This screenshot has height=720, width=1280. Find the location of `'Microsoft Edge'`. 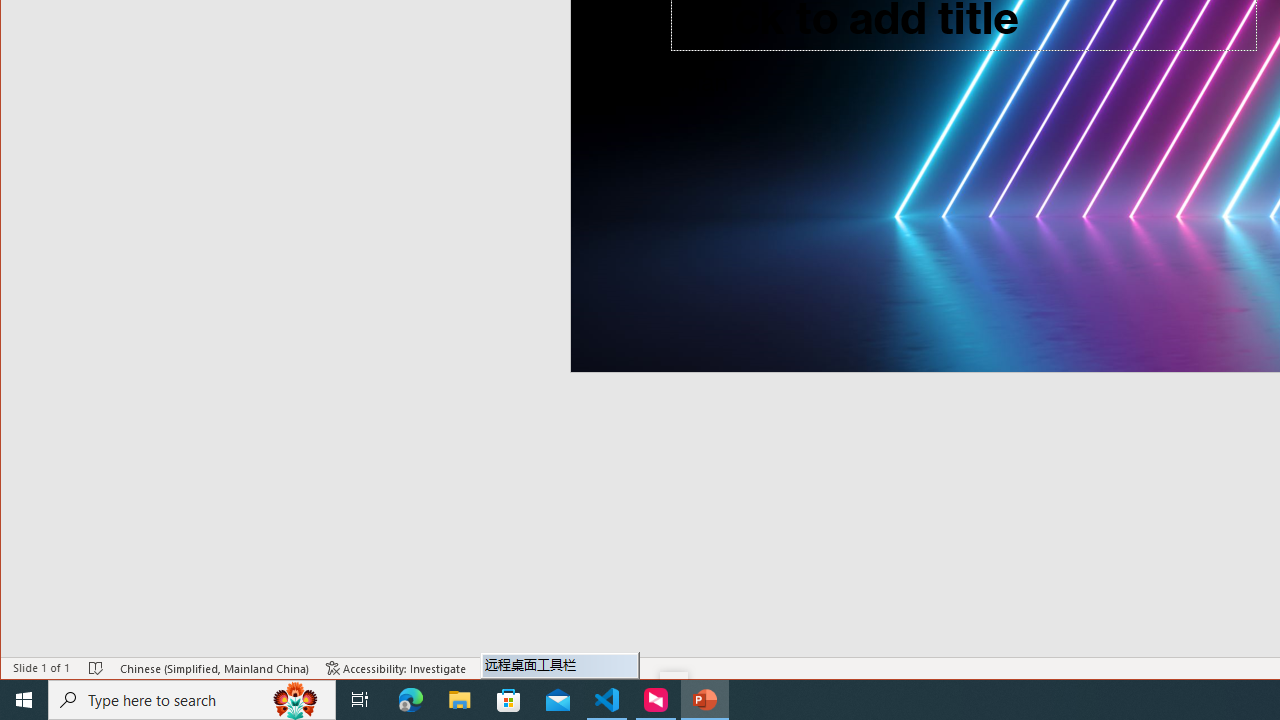

'Microsoft Edge' is located at coordinates (410, 698).